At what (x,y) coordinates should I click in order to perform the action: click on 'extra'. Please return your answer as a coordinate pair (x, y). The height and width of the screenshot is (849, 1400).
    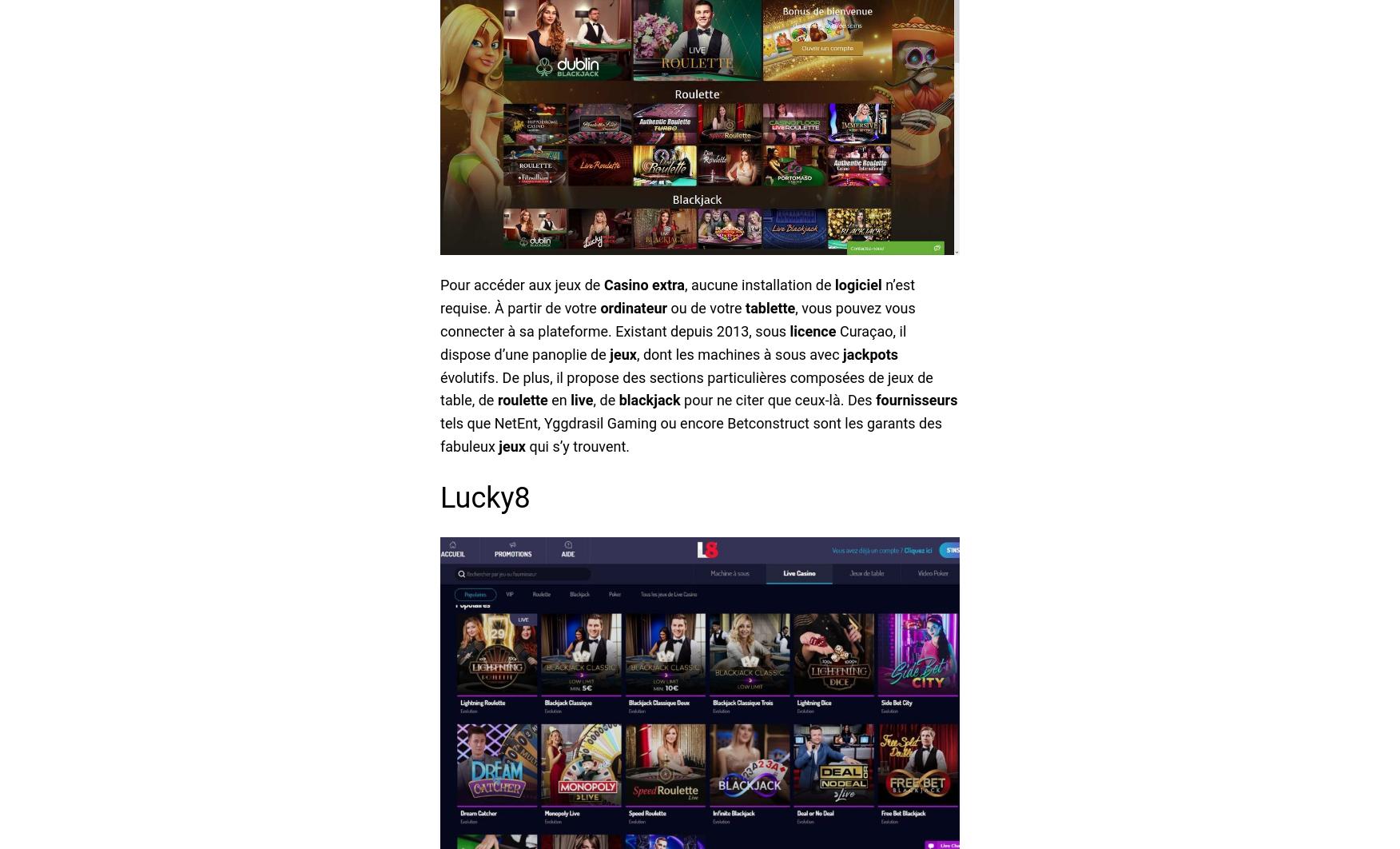
    Looking at the image, I should click on (651, 284).